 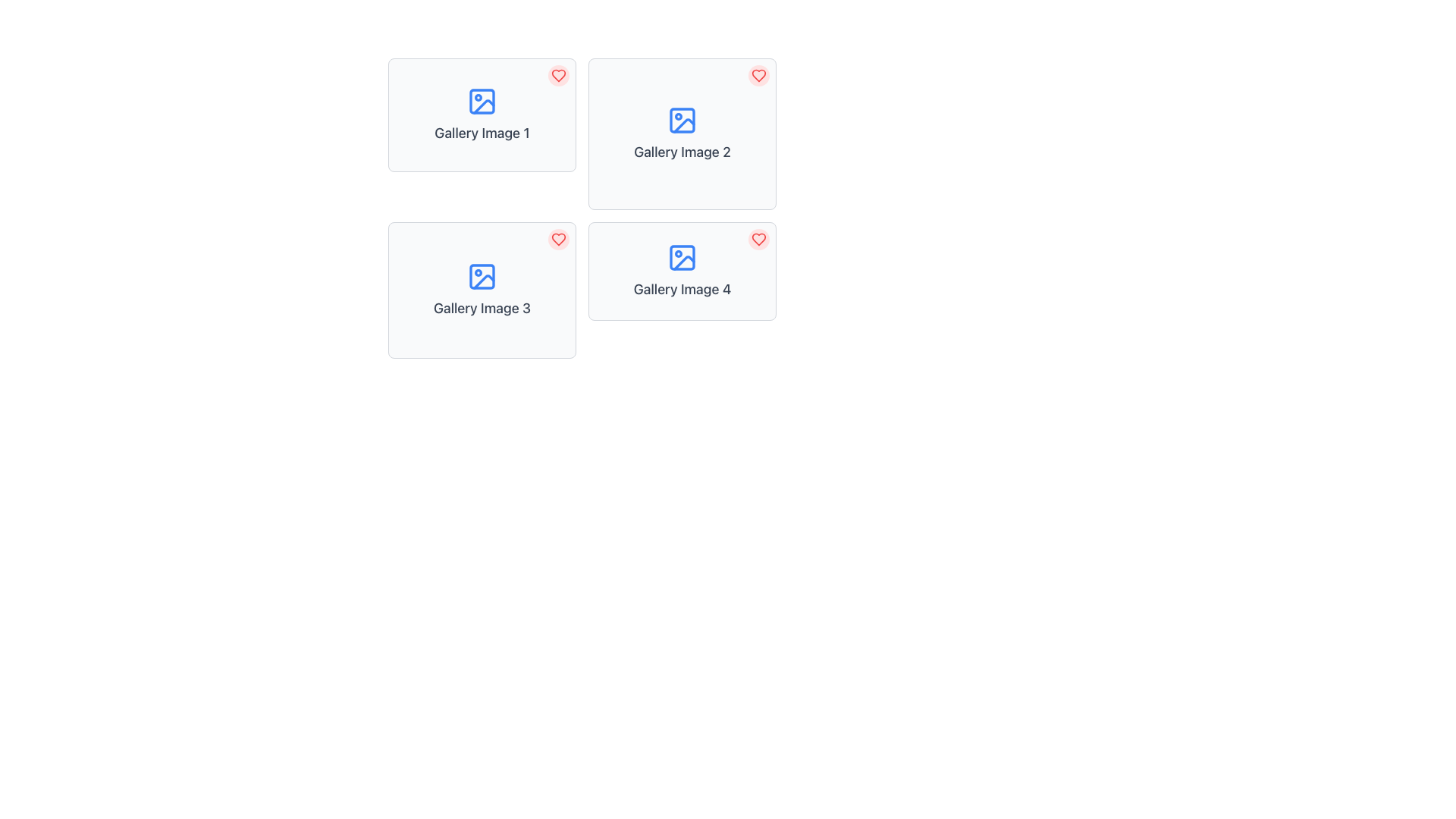 What do you see at coordinates (759, 239) in the screenshot?
I see `the heart icon located at the top-right corner of the 'Gallery Image 4' card, which serves as a favorite or like button` at bounding box center [759, 239].